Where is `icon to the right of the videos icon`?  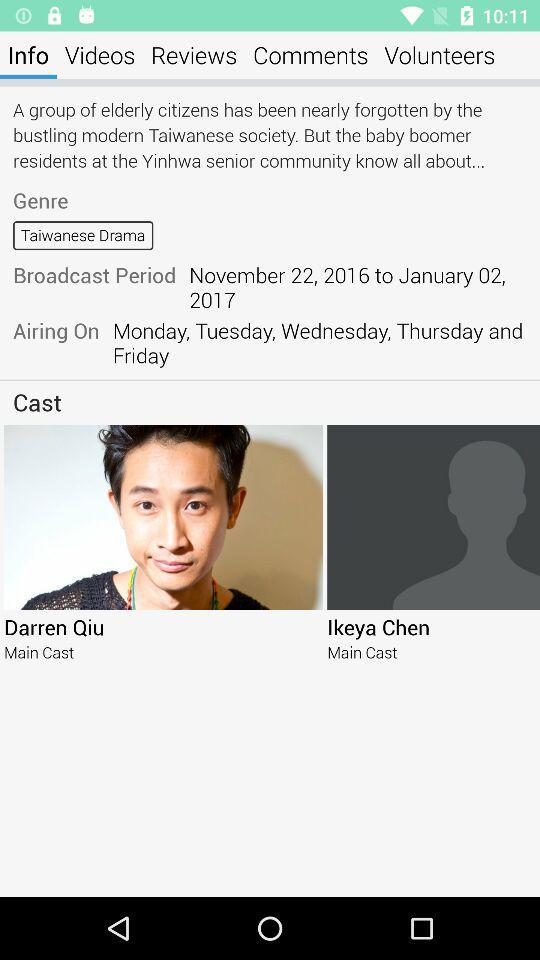
icon to the right of the videos icon is located at coordinates (194, 54).